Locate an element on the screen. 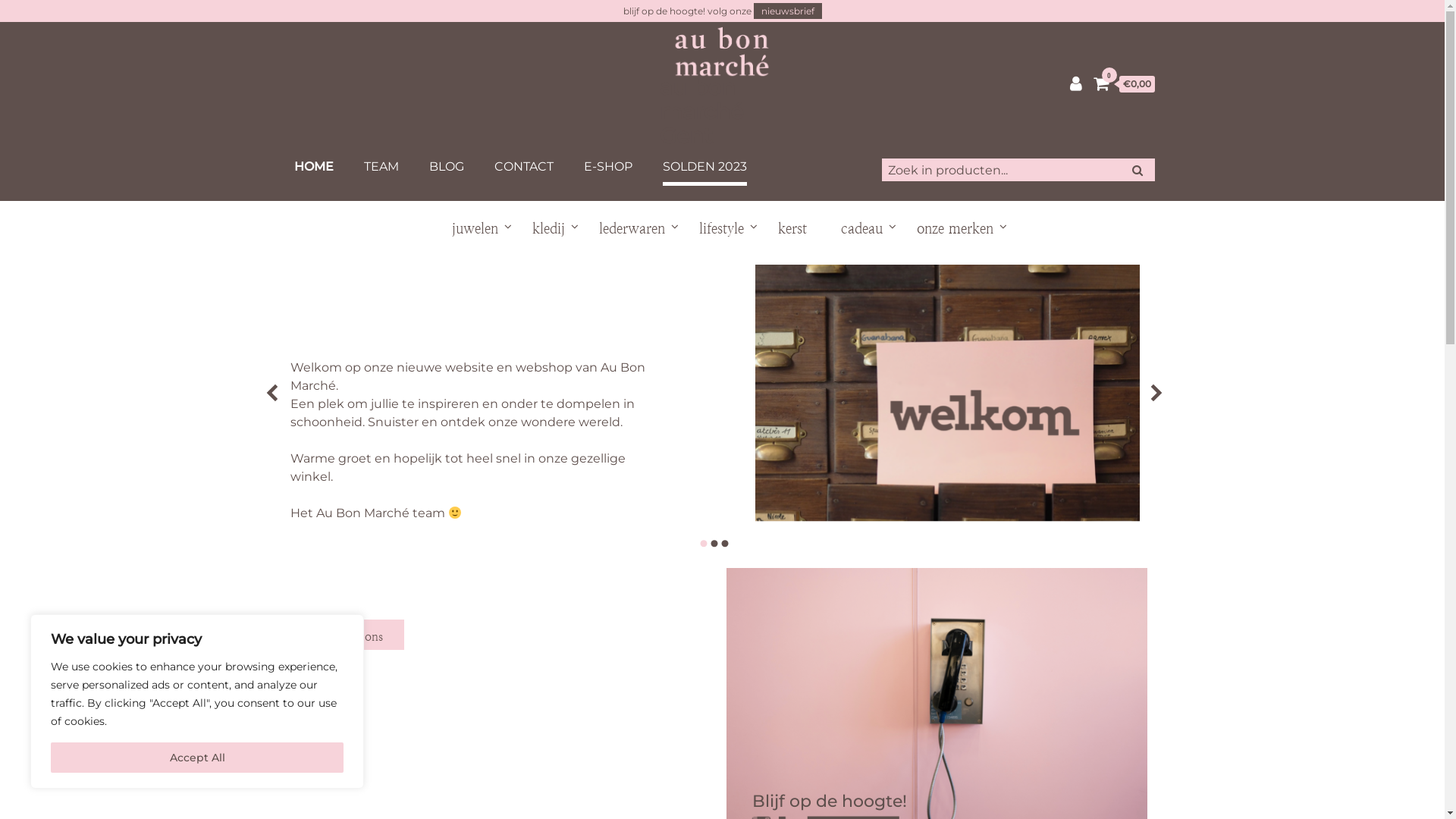 Image resolution: width=1456 pixels, height=819 pixels. 'lifestyle' is located at coordinates (720, 228).